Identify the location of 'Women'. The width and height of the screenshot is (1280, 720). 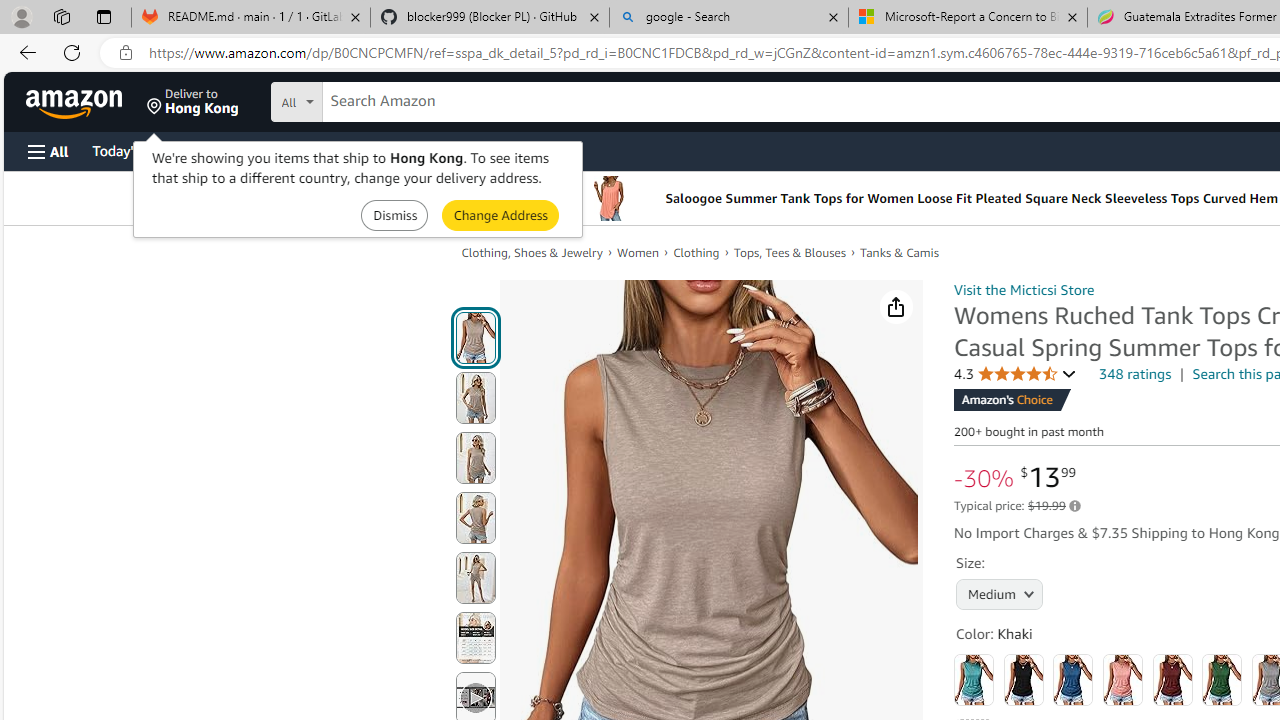
(637, 251).